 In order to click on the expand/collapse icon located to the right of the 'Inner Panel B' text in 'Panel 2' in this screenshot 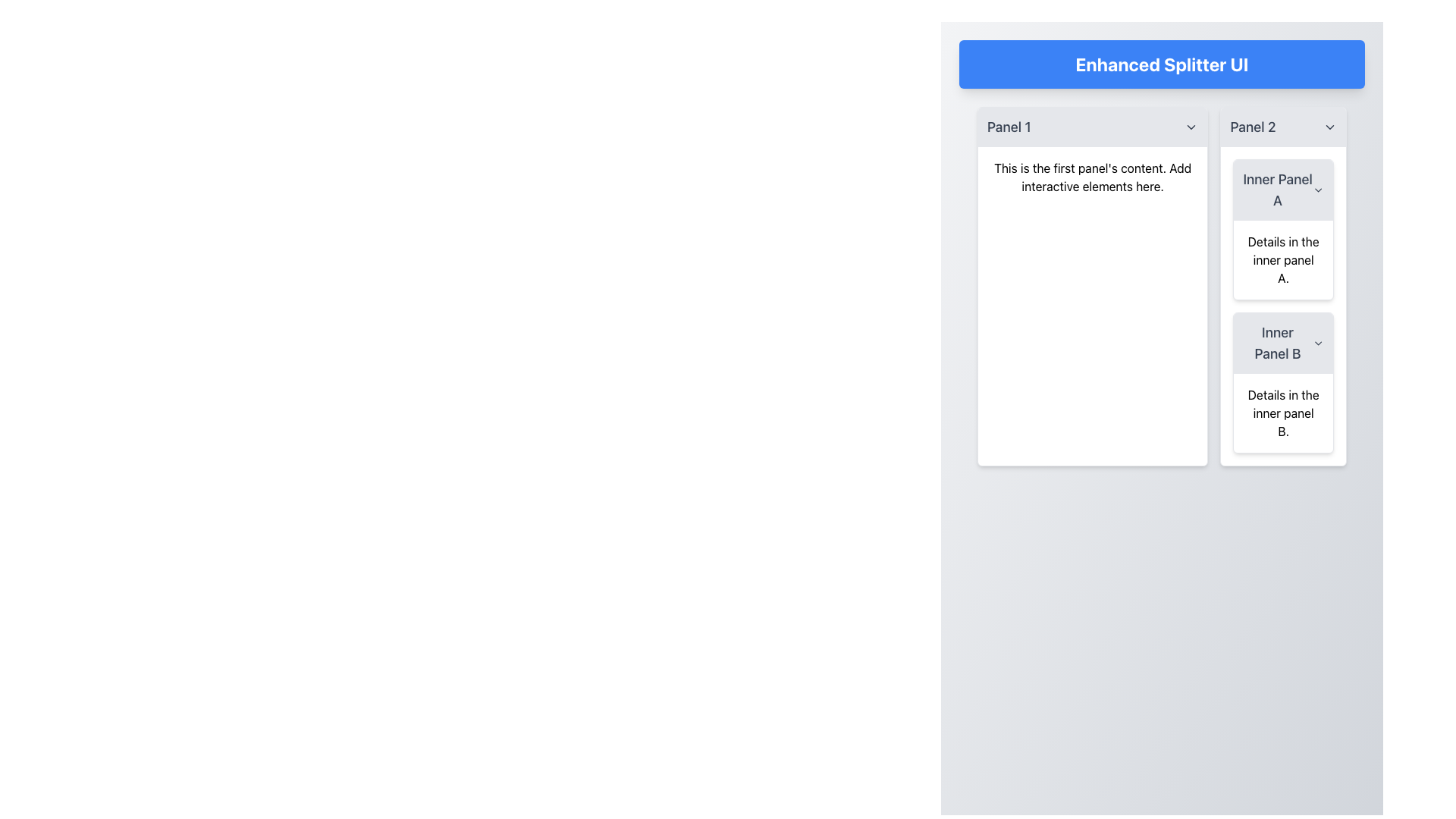, I will do `click(1317, 343)`.